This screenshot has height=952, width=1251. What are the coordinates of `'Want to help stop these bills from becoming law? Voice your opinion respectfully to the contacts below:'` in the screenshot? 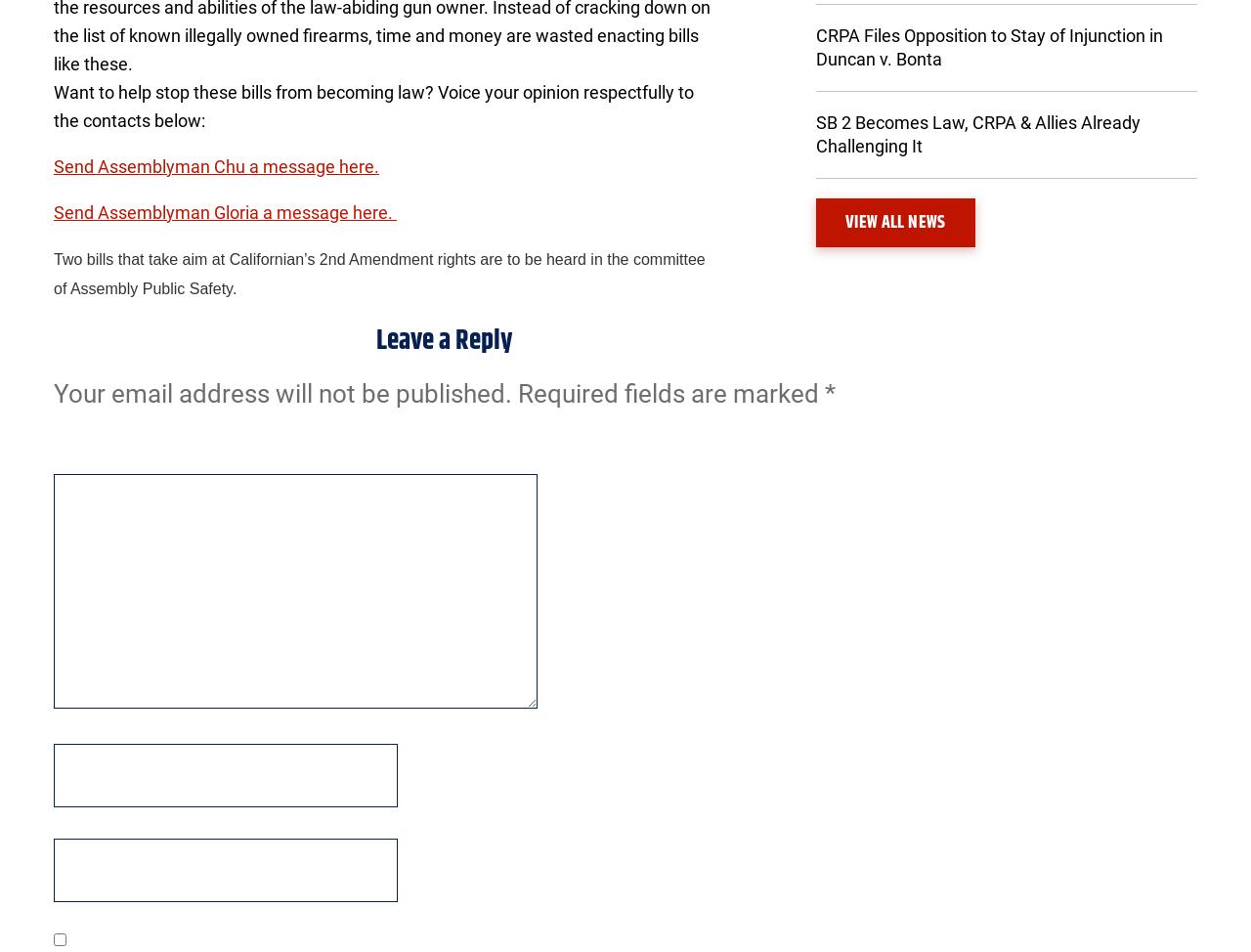 It's located at (373, 105).